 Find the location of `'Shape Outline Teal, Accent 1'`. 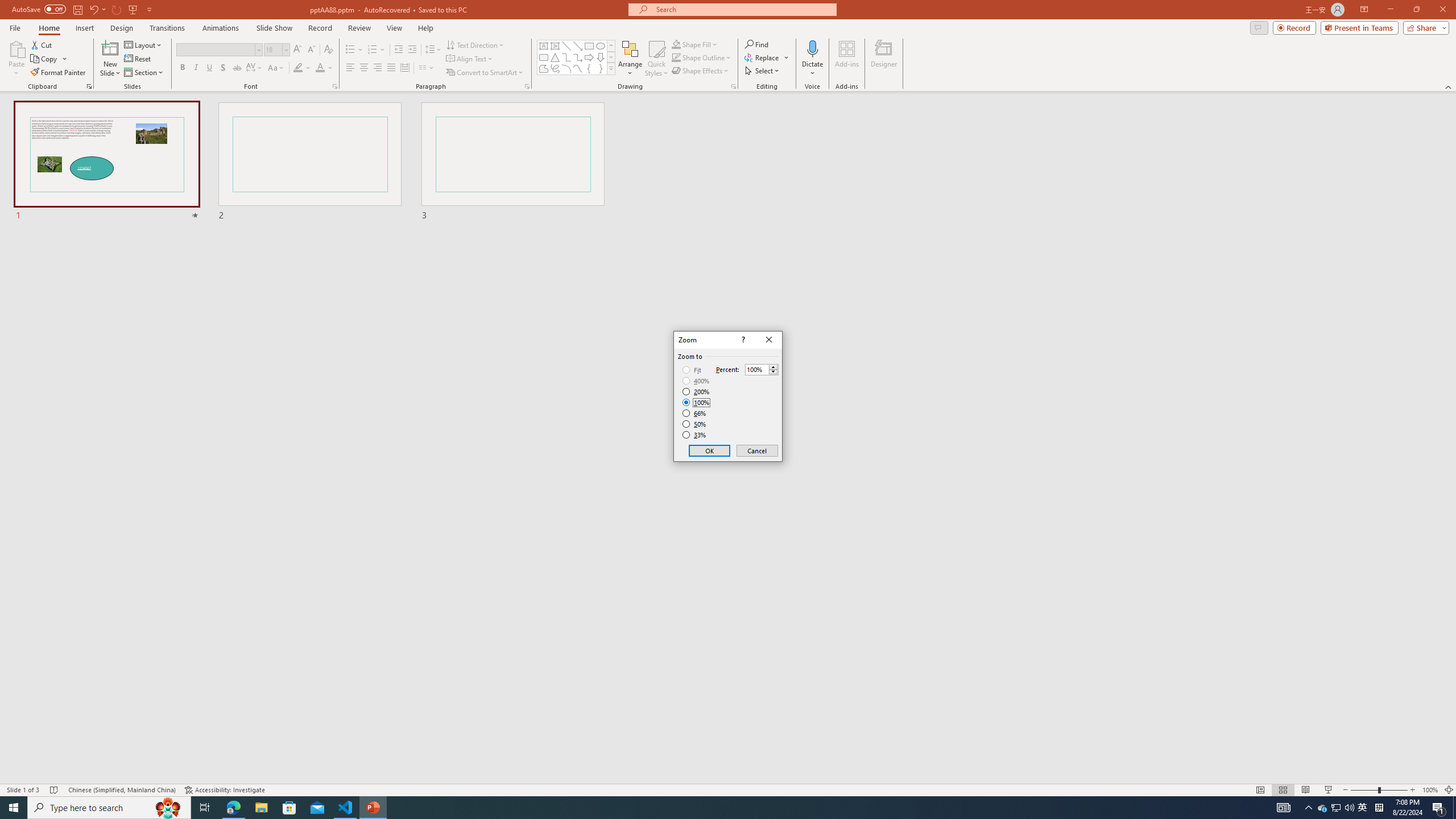

'Shape Outline Teal, Accent 1' is located at coordinates (676, 56).